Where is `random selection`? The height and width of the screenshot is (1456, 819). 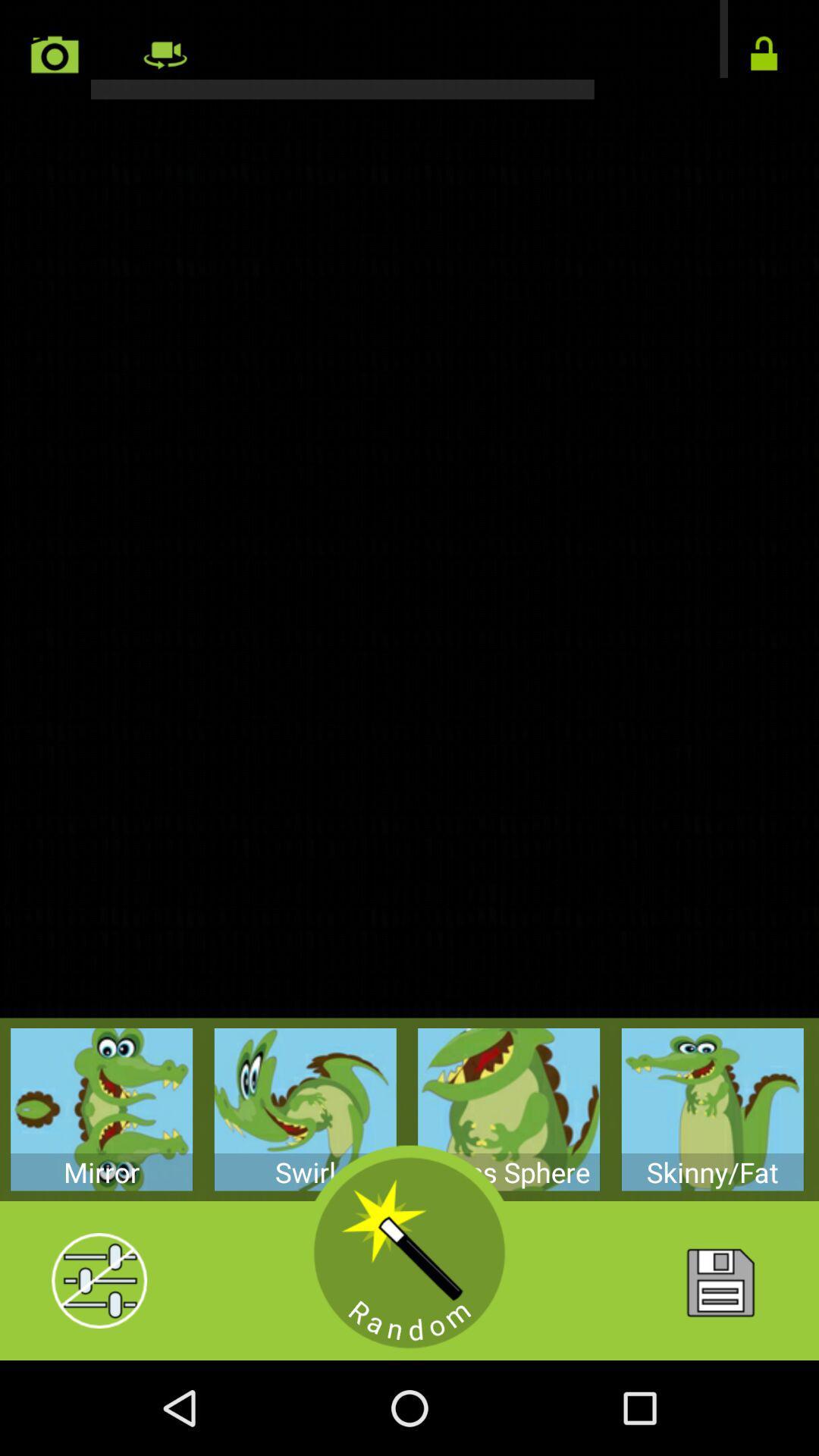 random selection is located at coordinates (409, 1253).